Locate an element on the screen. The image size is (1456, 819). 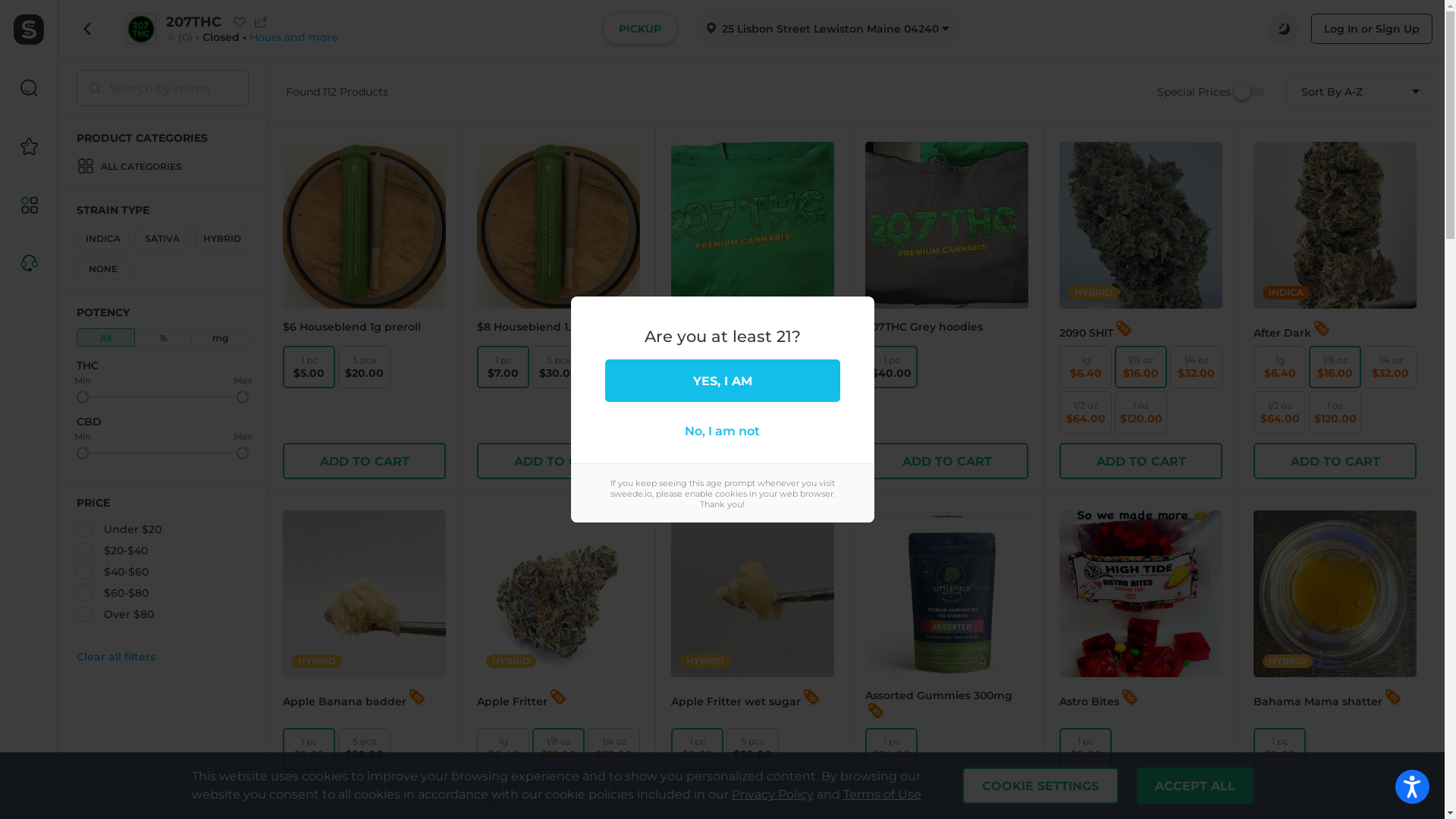
'ACCEPT ALL' is located at coordinates (1193, 785).